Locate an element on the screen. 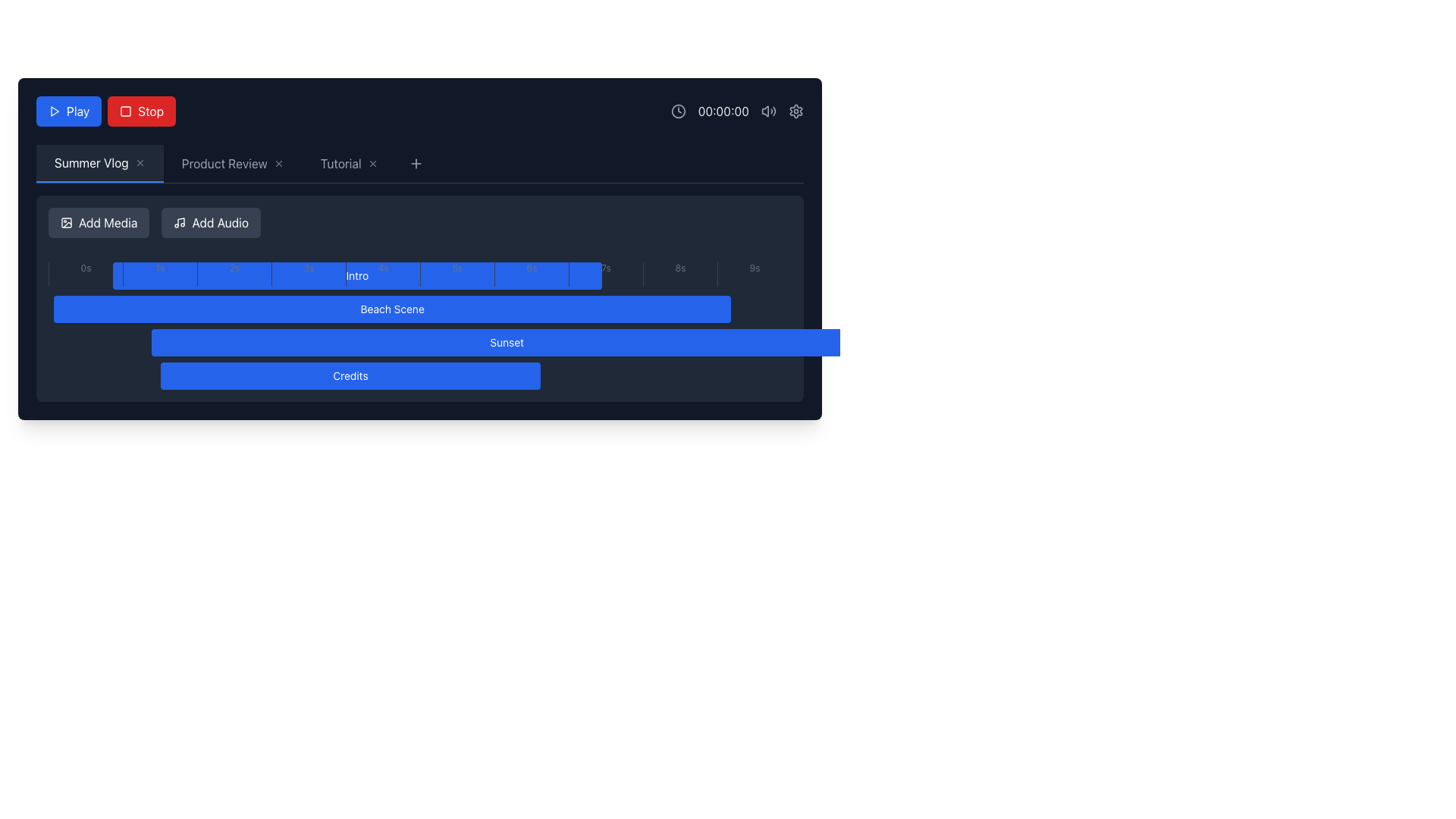 The width and height of the screenshot is (1456, 819). the speaker icon with sound wave lines is located at coordinates (768, 110).